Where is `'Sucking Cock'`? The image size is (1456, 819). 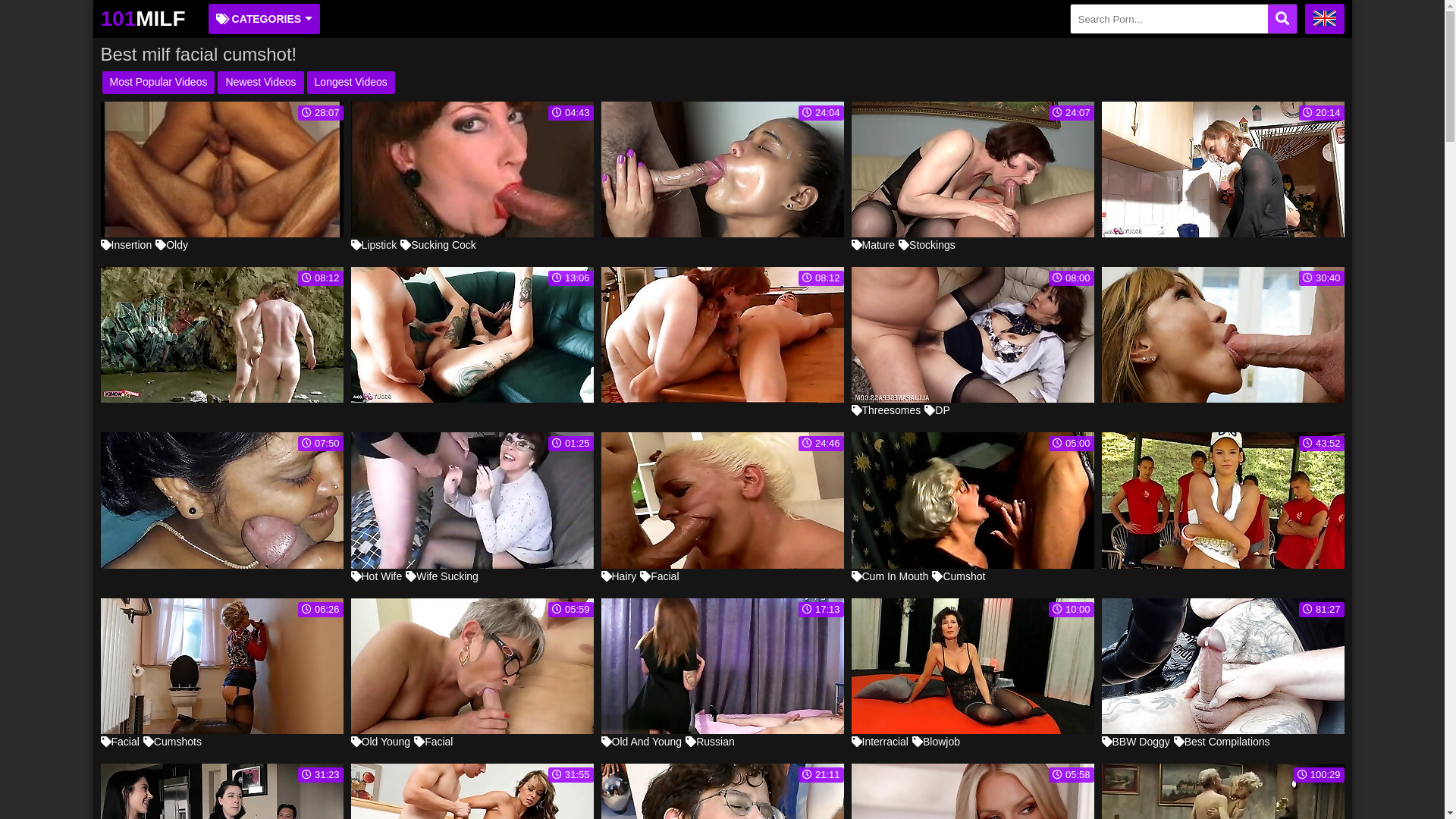 'Sucking Cock' is located at coordinates (437, 244).